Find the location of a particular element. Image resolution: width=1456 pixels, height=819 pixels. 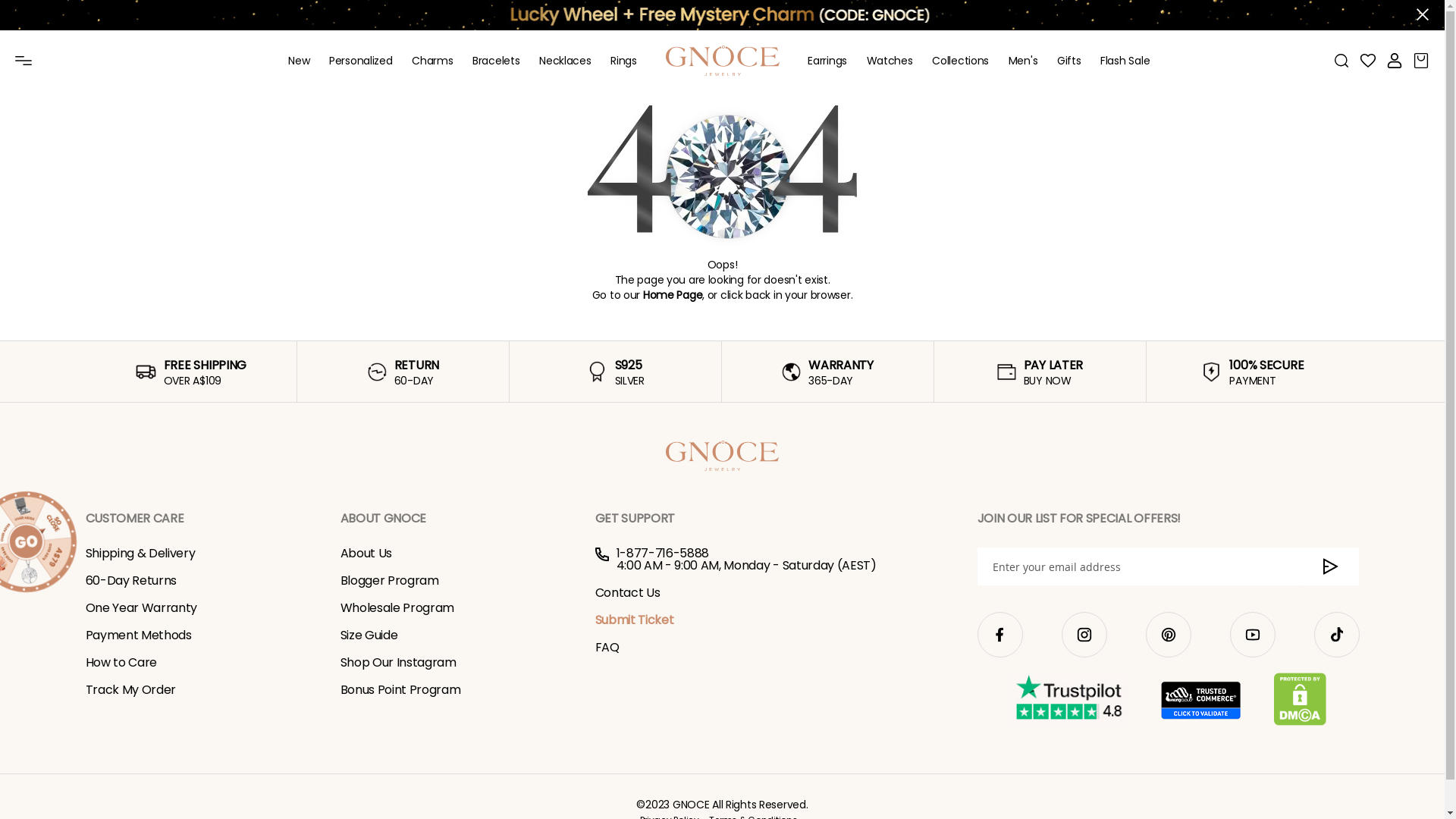

'Personalized' is located at coordinates (359, 60).